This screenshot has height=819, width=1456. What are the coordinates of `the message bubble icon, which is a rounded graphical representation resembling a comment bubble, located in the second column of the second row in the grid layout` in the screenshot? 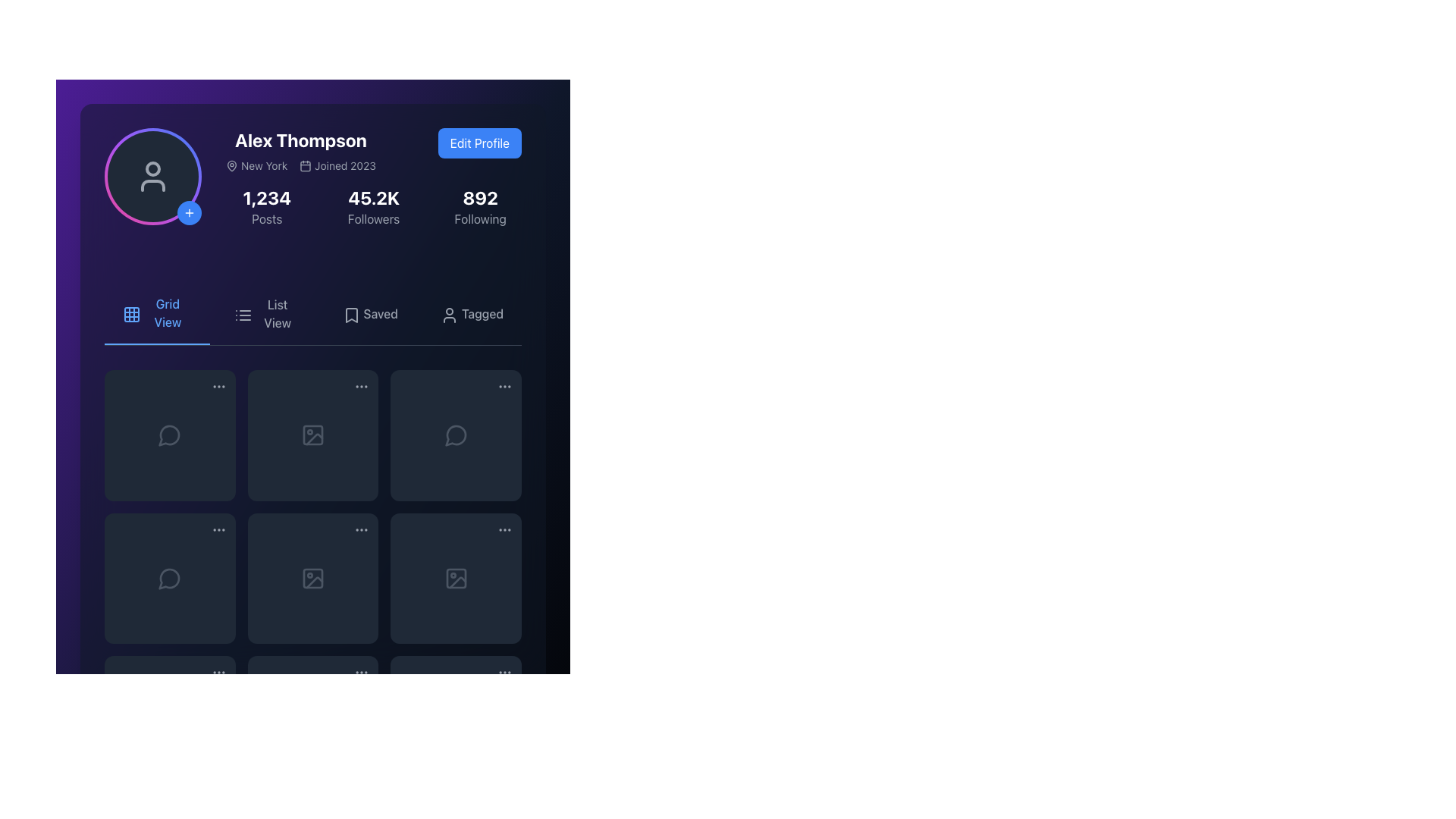 It's located at (454, 435).